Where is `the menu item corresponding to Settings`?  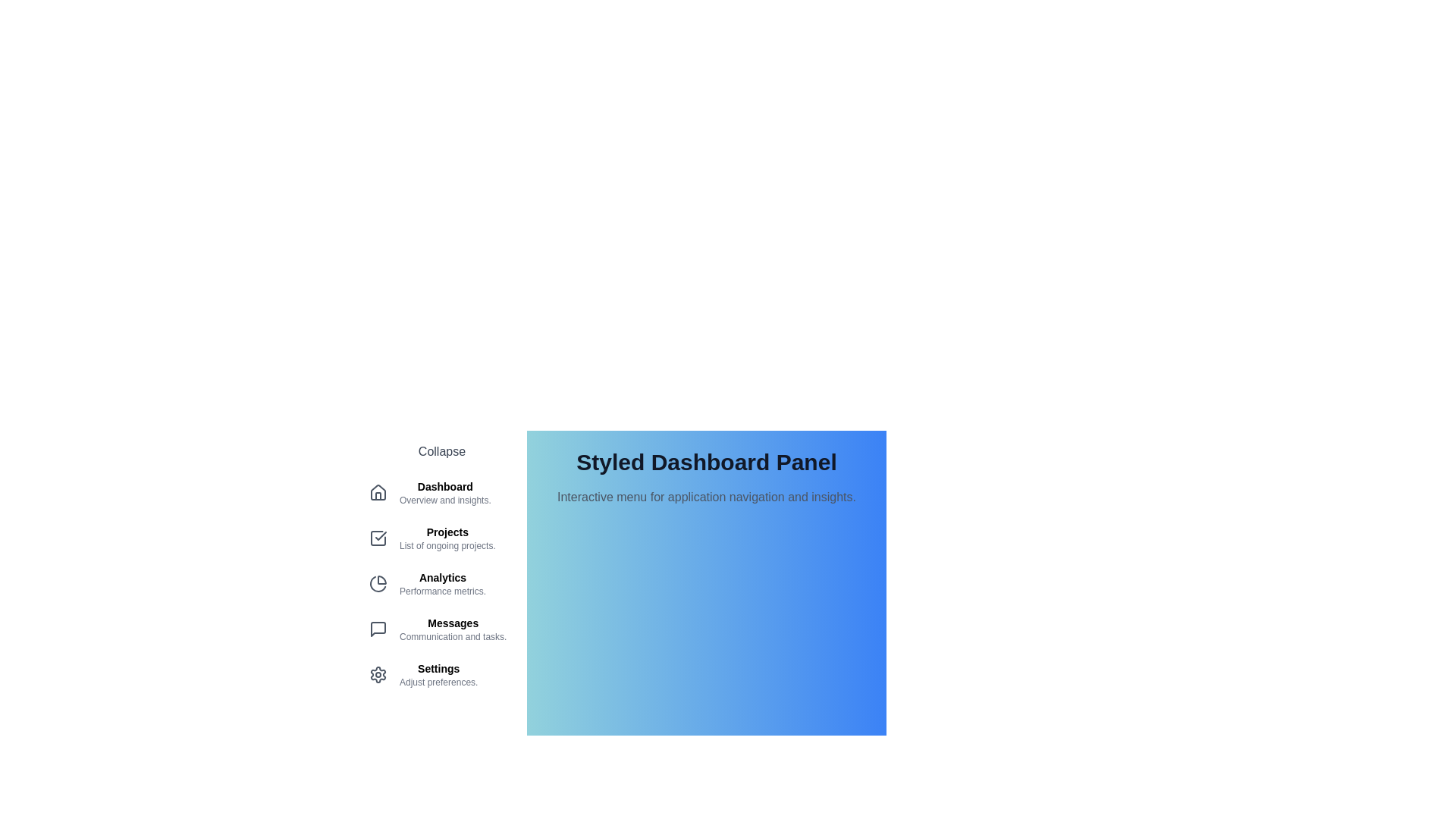 the menu item corresponding to Settings is located at coordinates (441, 674).